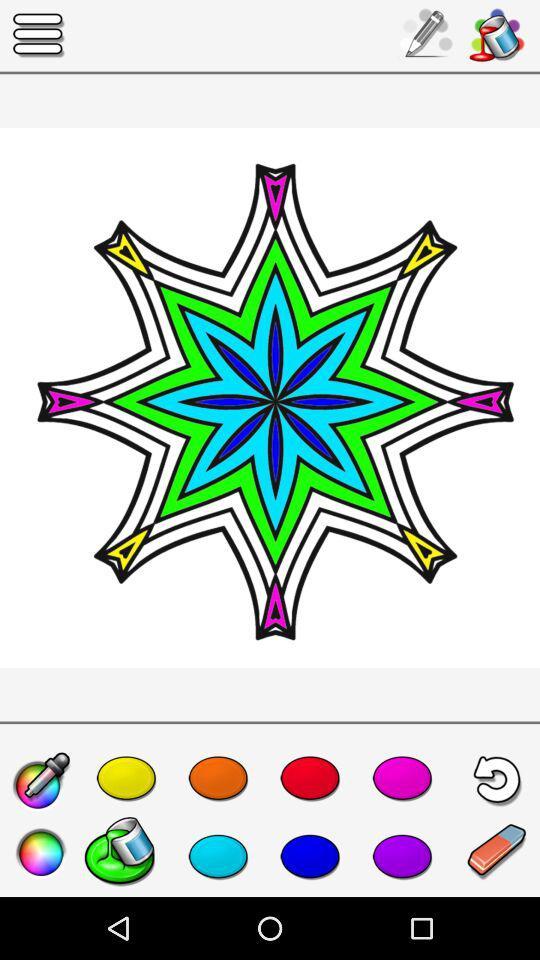 The image size is (540, 960). I want to click on the undo icon, so click(496, 779).